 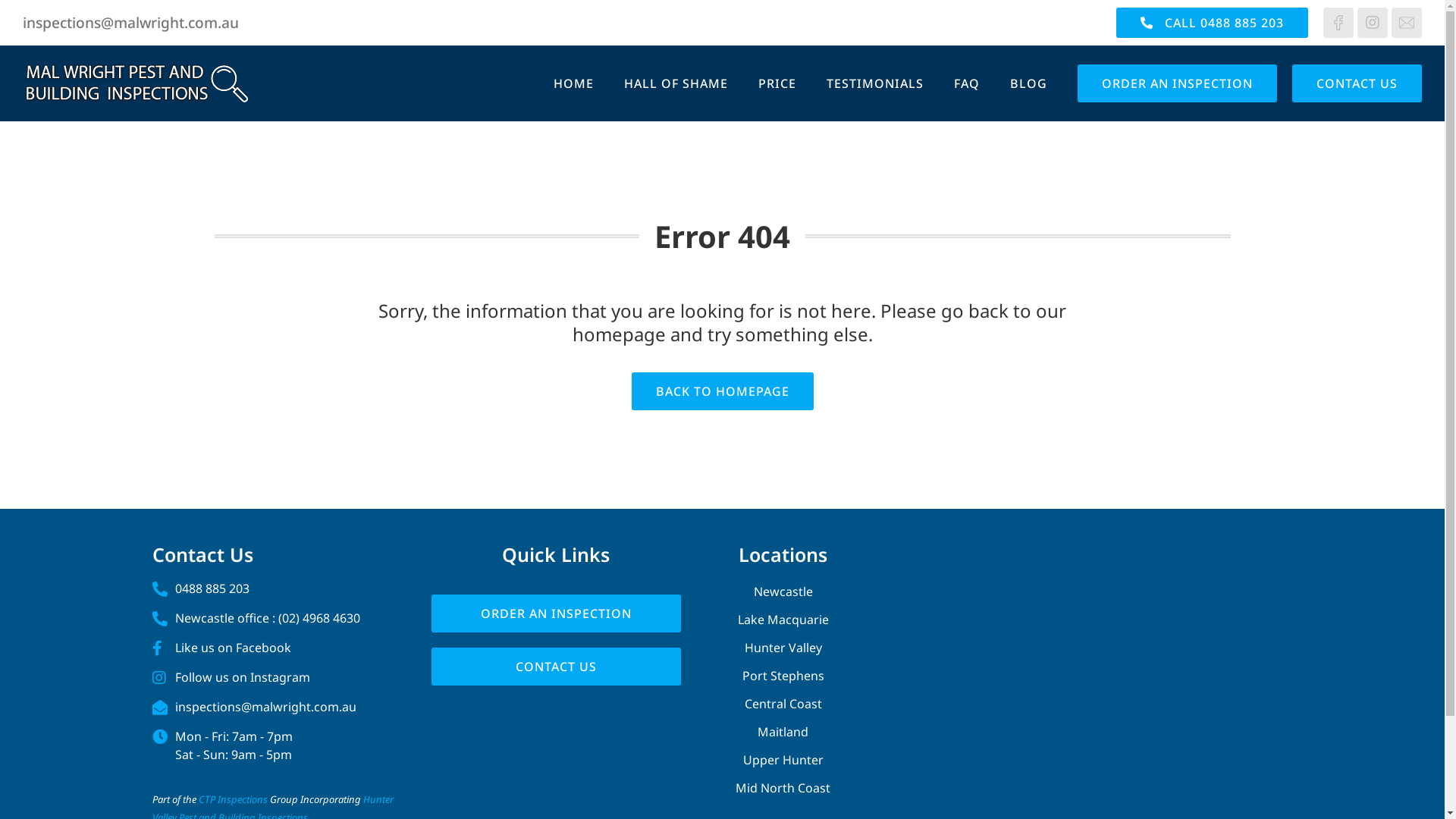 I want to click on 'Newcastle office : (02) 4968 4630', so click(x=276, y=617).